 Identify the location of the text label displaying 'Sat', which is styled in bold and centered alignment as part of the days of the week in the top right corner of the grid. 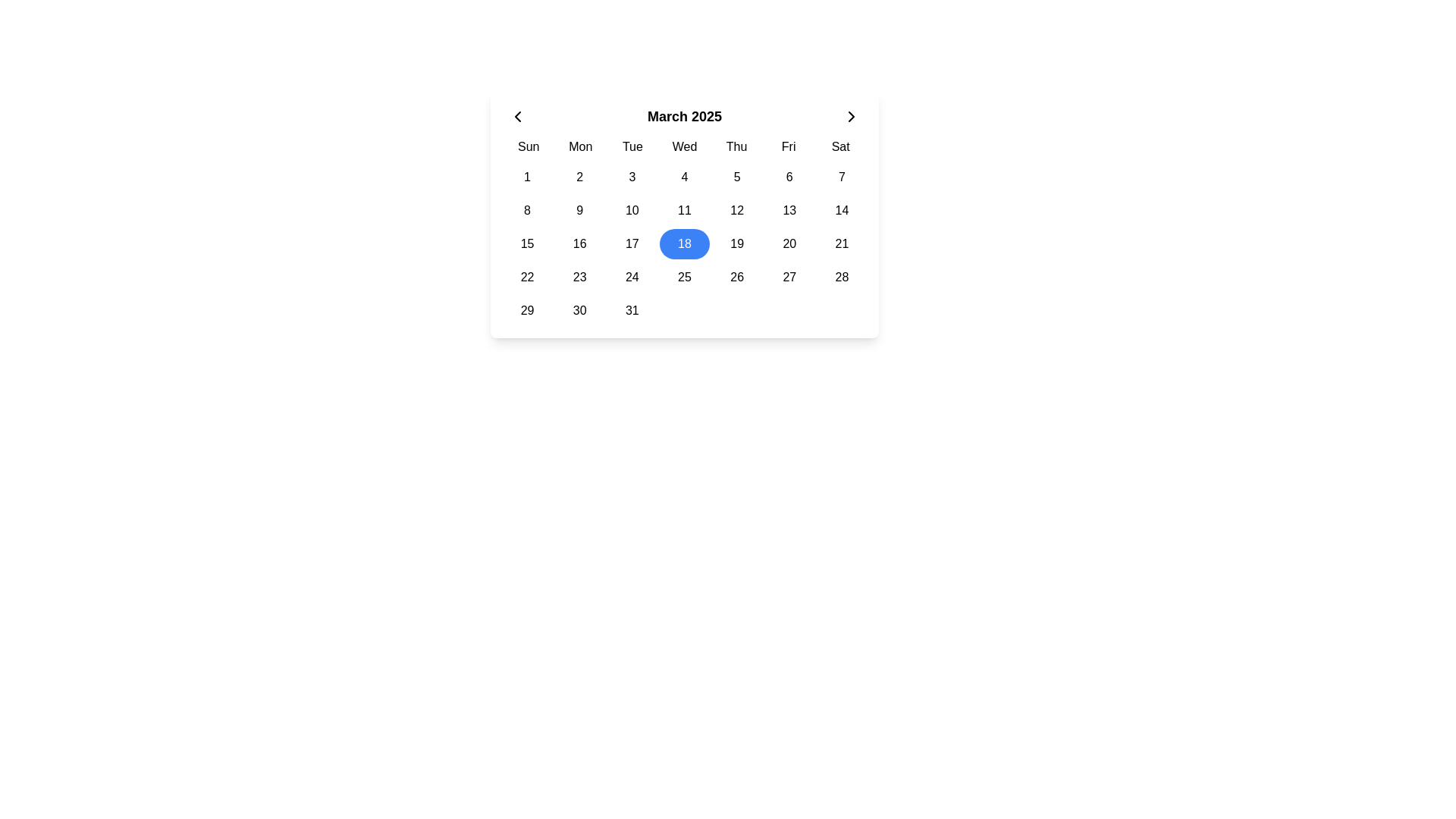
(839, 146).